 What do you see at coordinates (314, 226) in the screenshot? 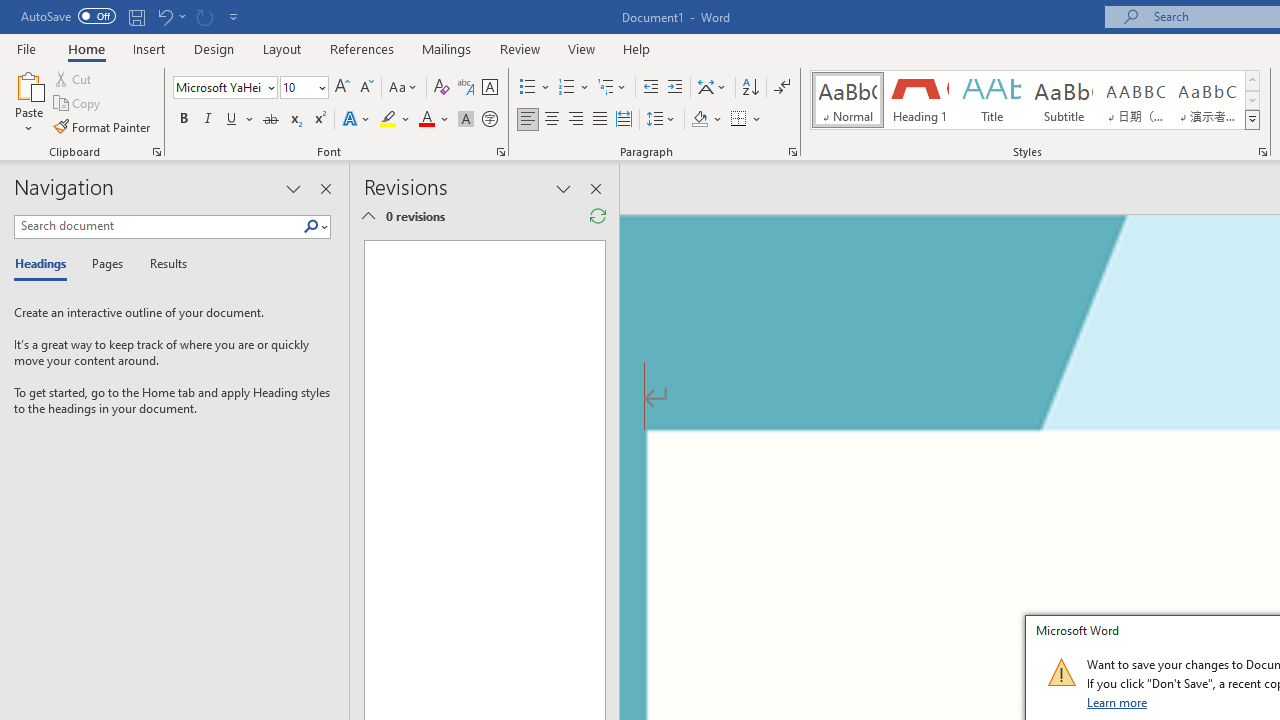
I see `'Search'` at bounding box center [314, 226].